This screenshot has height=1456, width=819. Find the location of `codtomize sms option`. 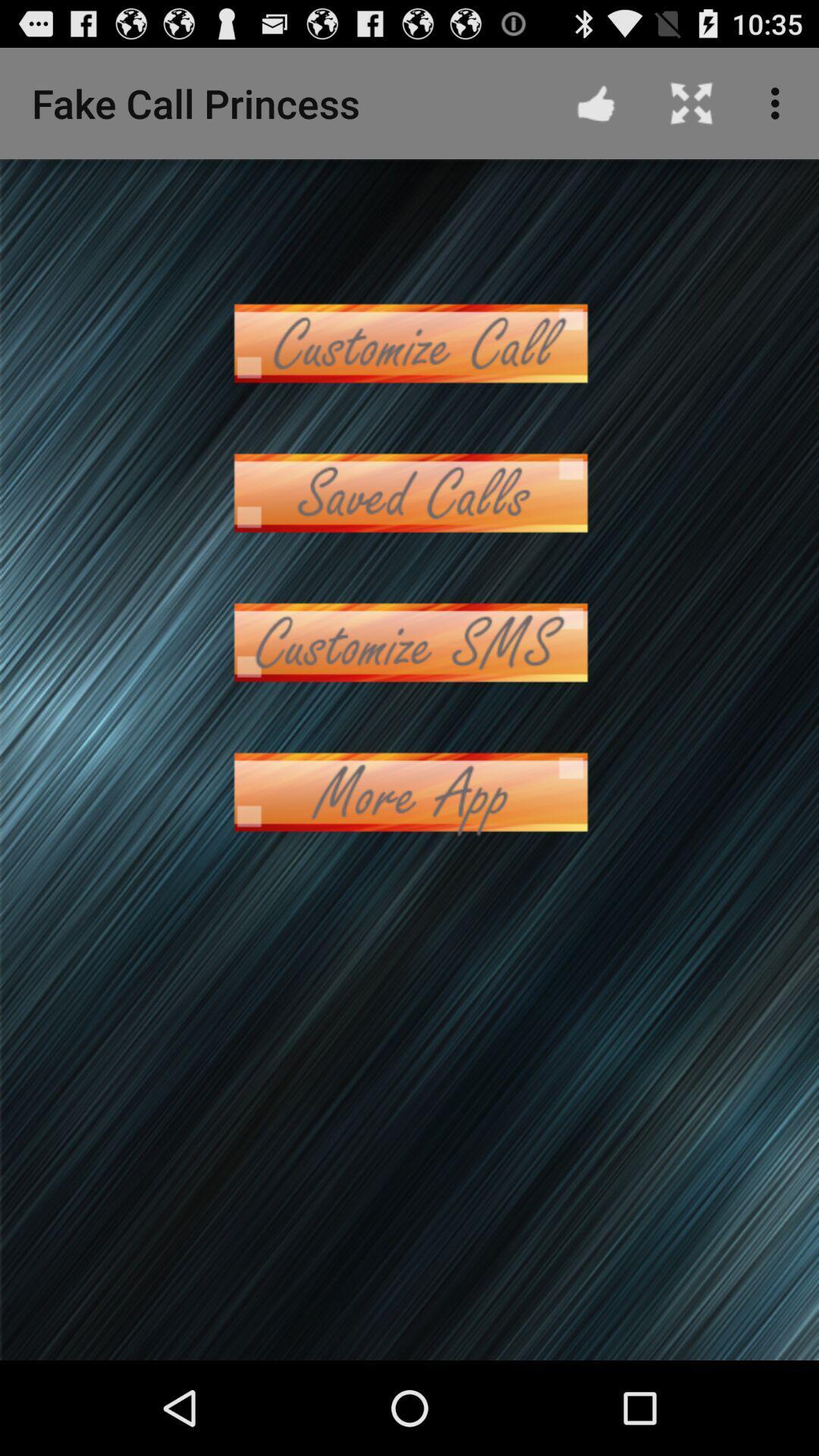

codtomize sms option is located at coordinates (409, 642).